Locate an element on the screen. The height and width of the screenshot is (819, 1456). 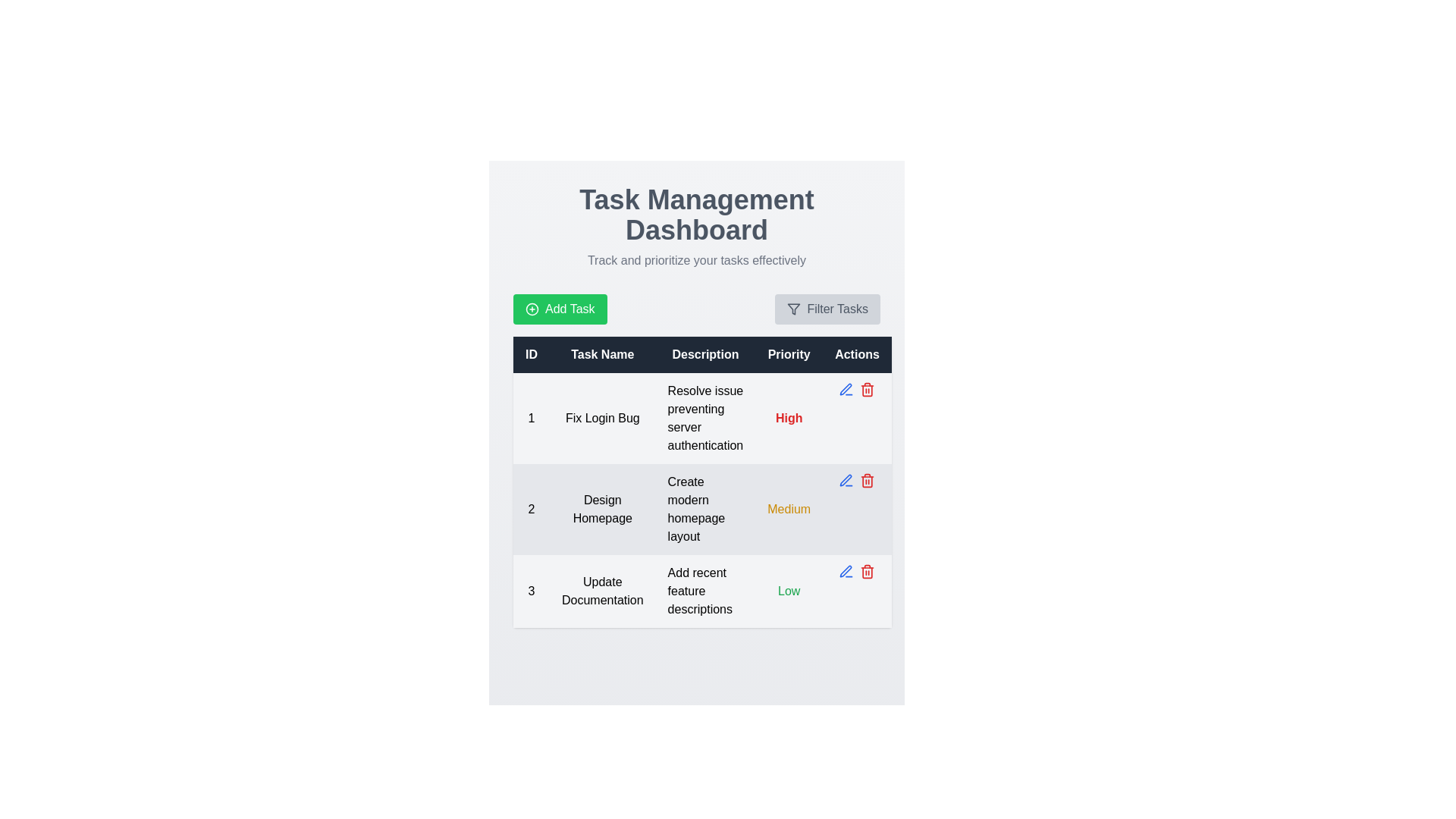
the table header cell labeled 'ID', which is styled in white font on a dark background and is the first column header in the table is located at coordinates (531, 354).